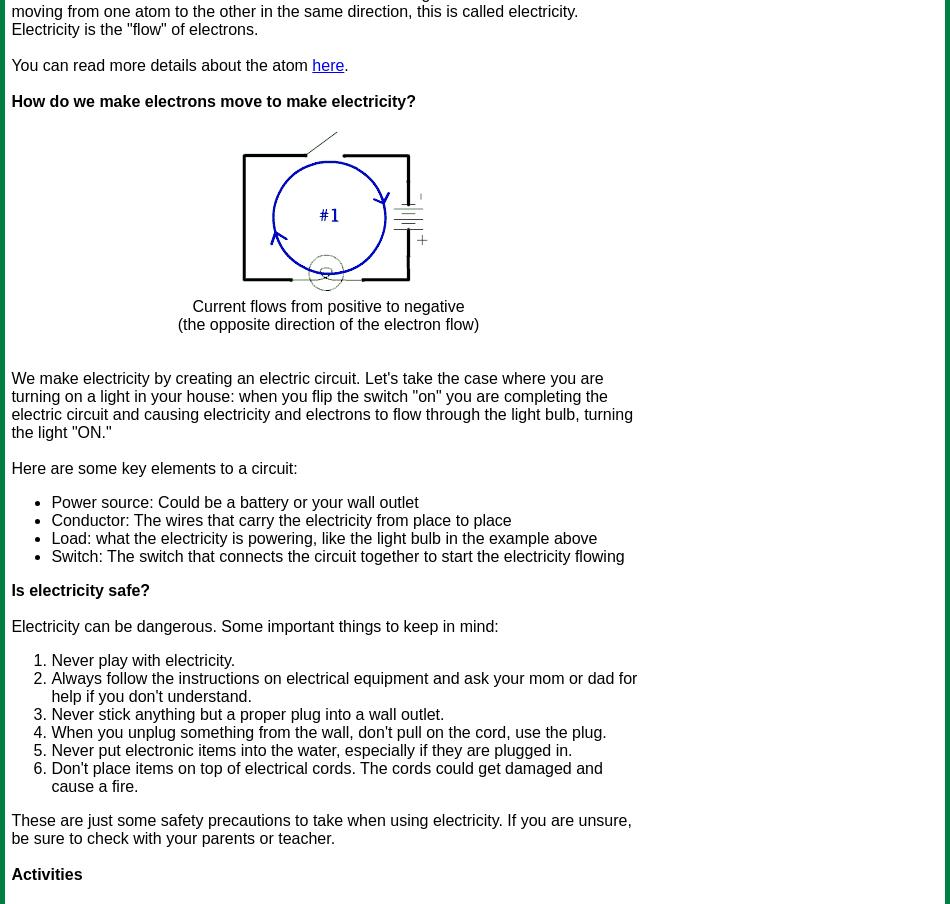 The image size is (950, 904). Describe the element at coordinates (142, 660) in the screenshot. I see `'Never play with electricity.'` at that location.